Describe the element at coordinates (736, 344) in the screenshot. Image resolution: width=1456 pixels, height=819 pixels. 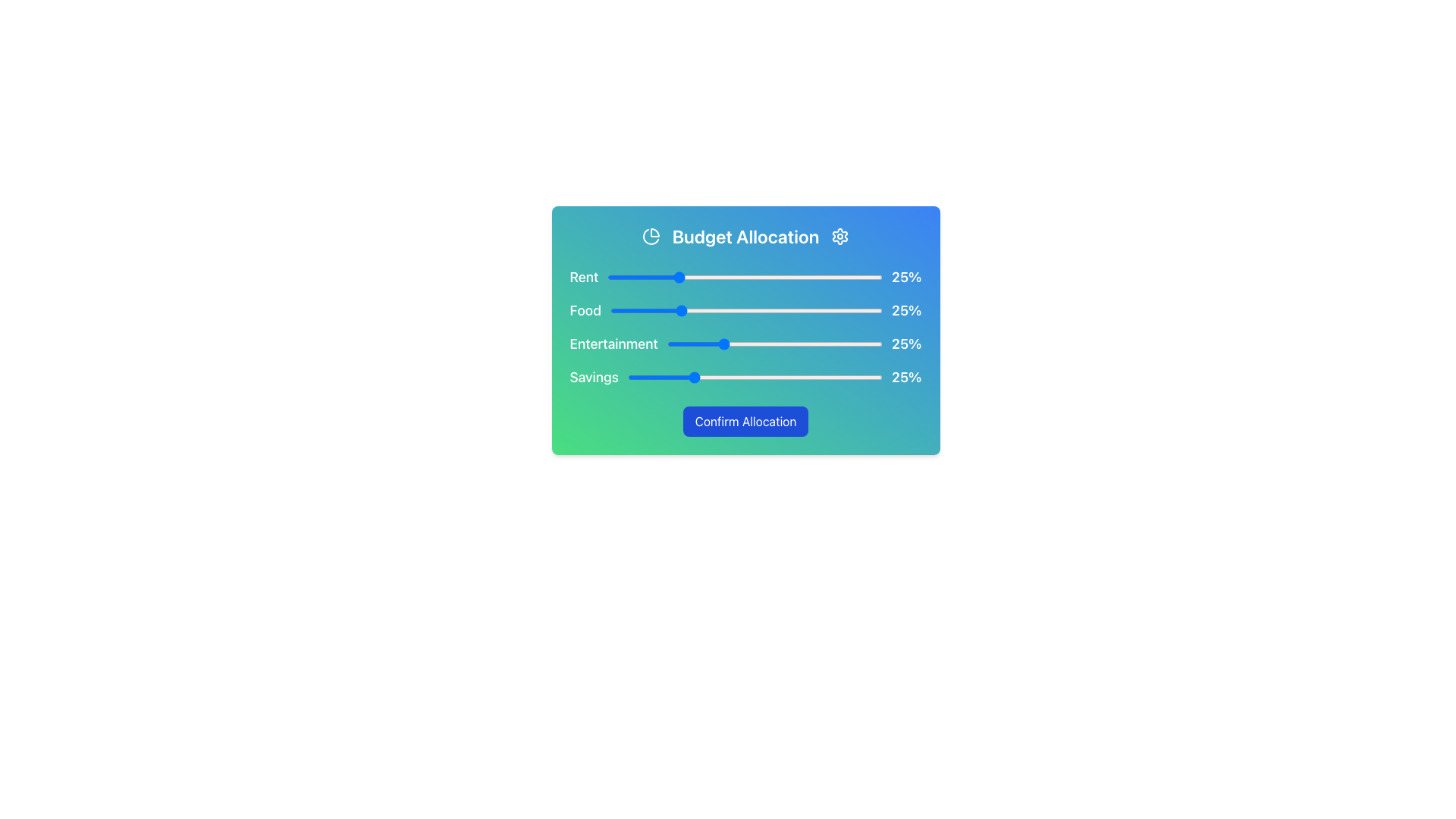
I see `the Entertainment allocation` at that location.